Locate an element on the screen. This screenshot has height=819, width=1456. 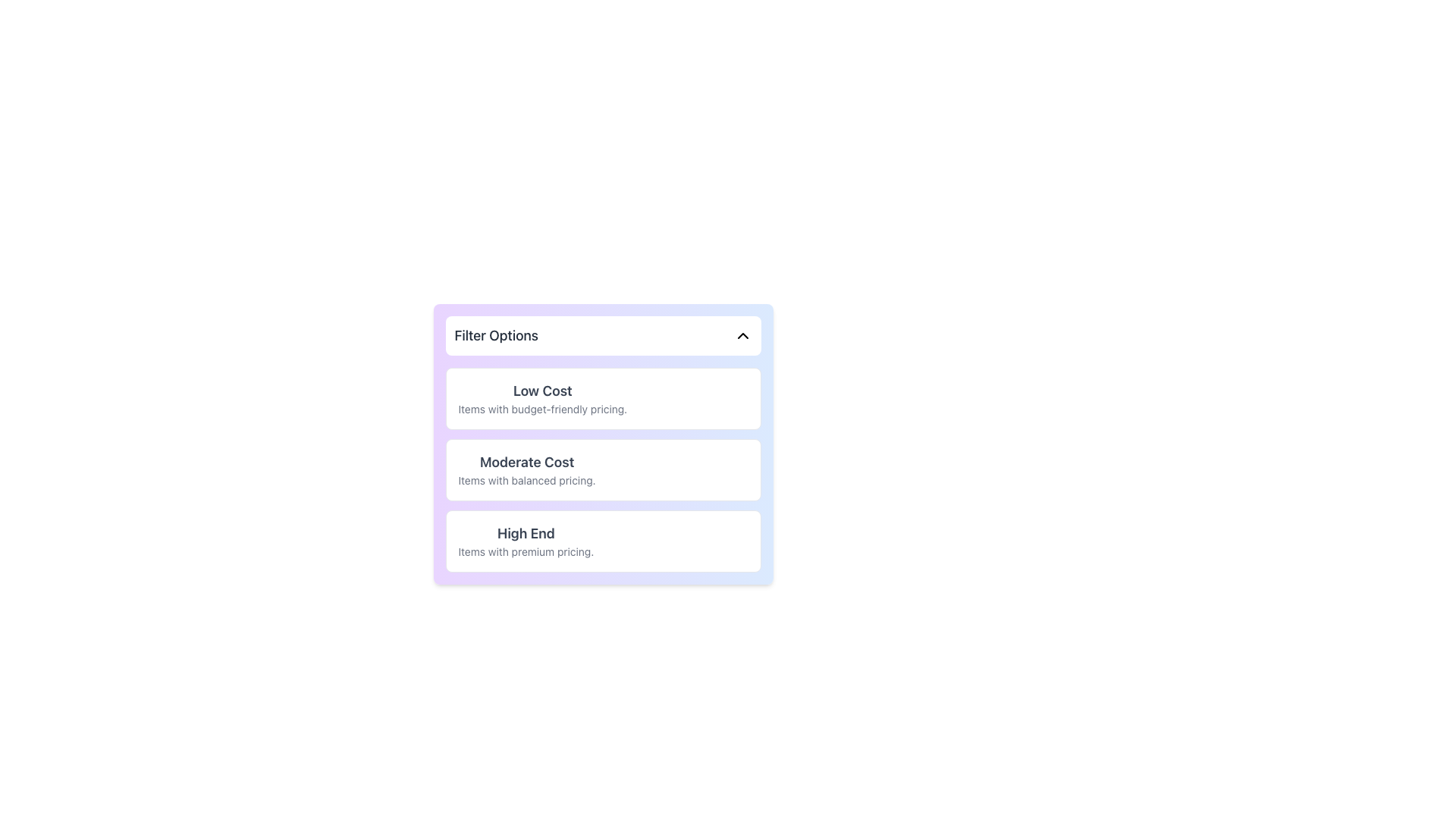
the filter options icon located to the far right of the 'Filter Options' text is located at coordinates (742, 335).